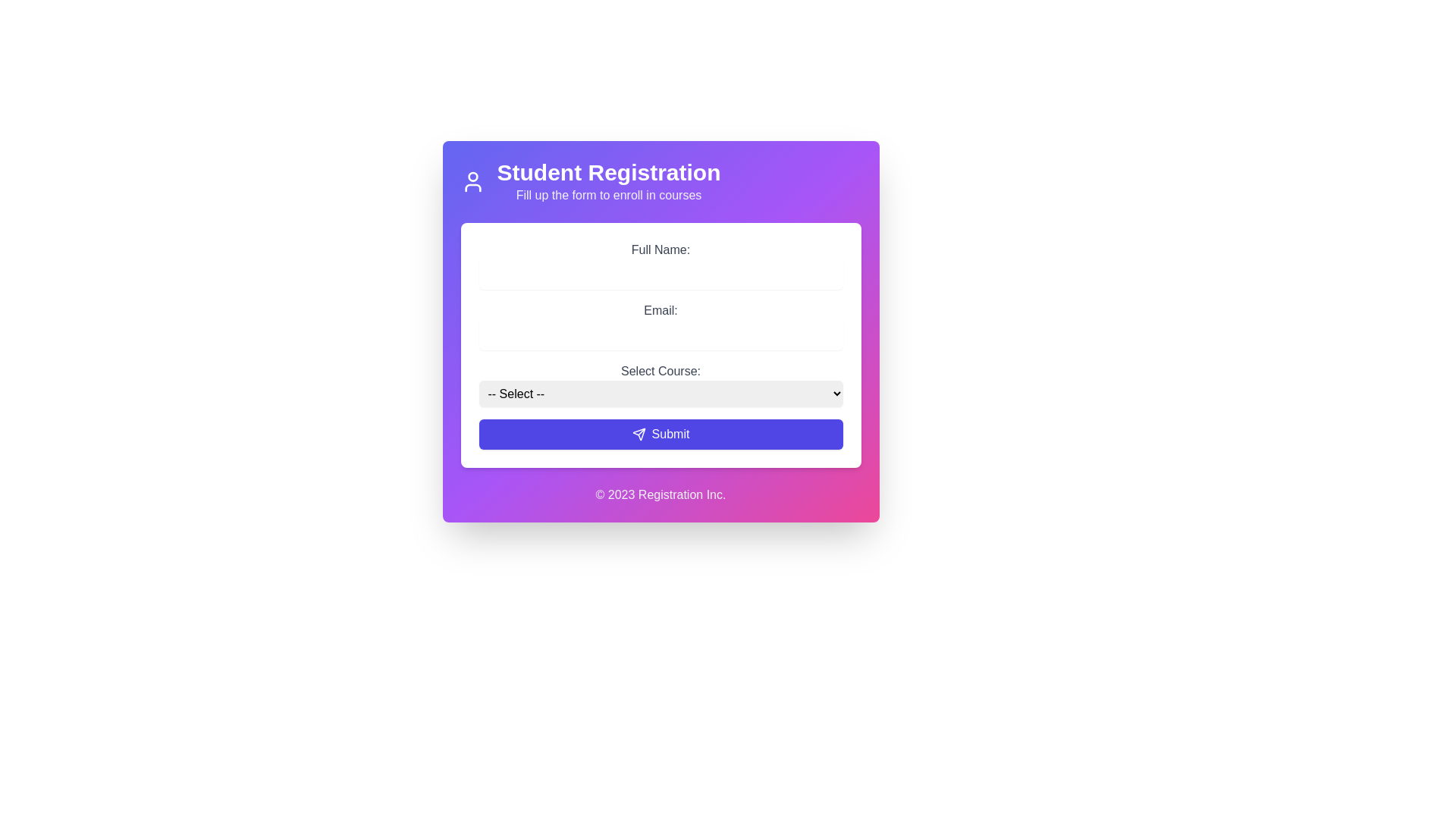  Describe the element at coordinates (670, 435) in the screenshot. I see `textual content of the submit button label located at the bottom center of the form, aligned with a send icon` at that location.